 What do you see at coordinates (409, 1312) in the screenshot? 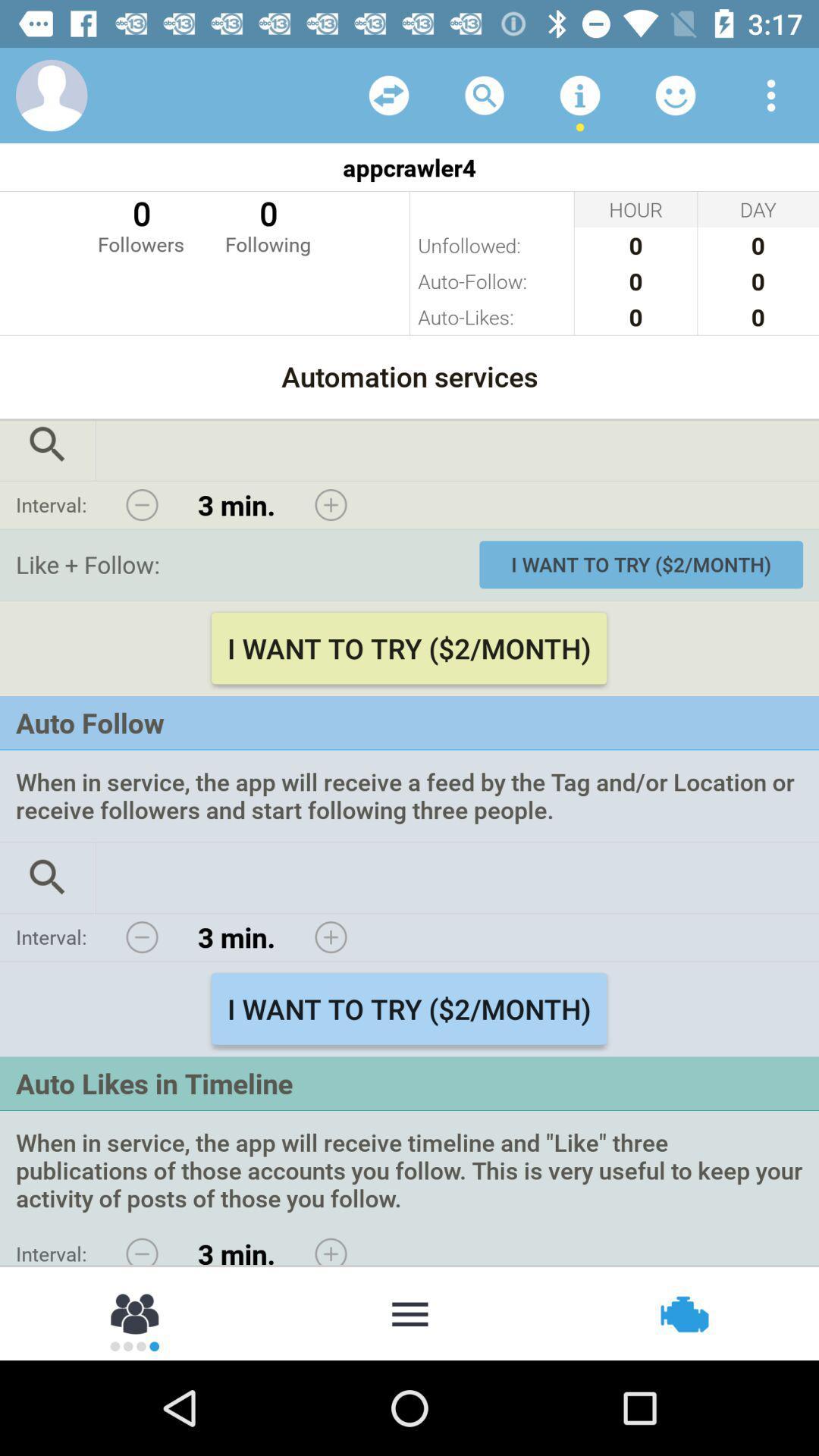
I see `the more icon` at bounding box center [409, 1312].